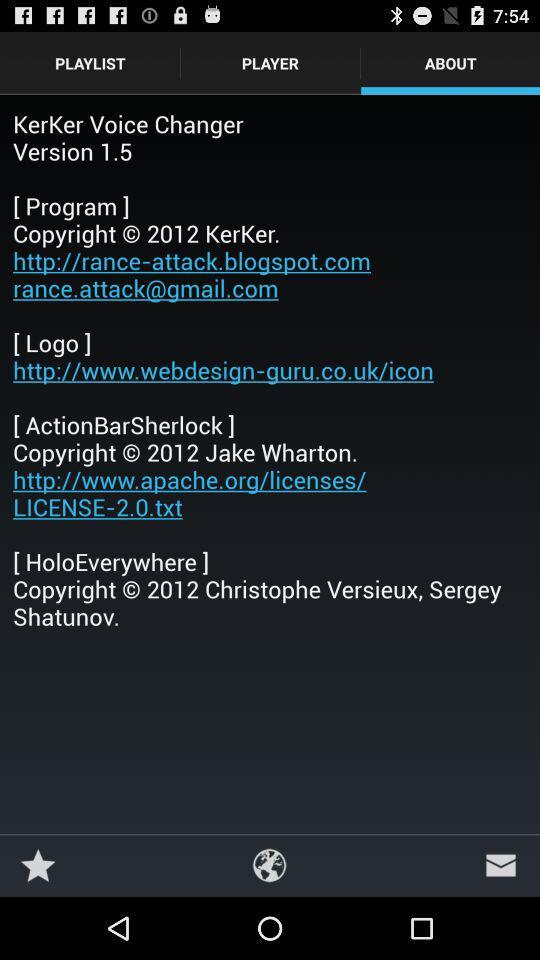  I want to click on the icon below kerker voice changer item, so click(38, 864).